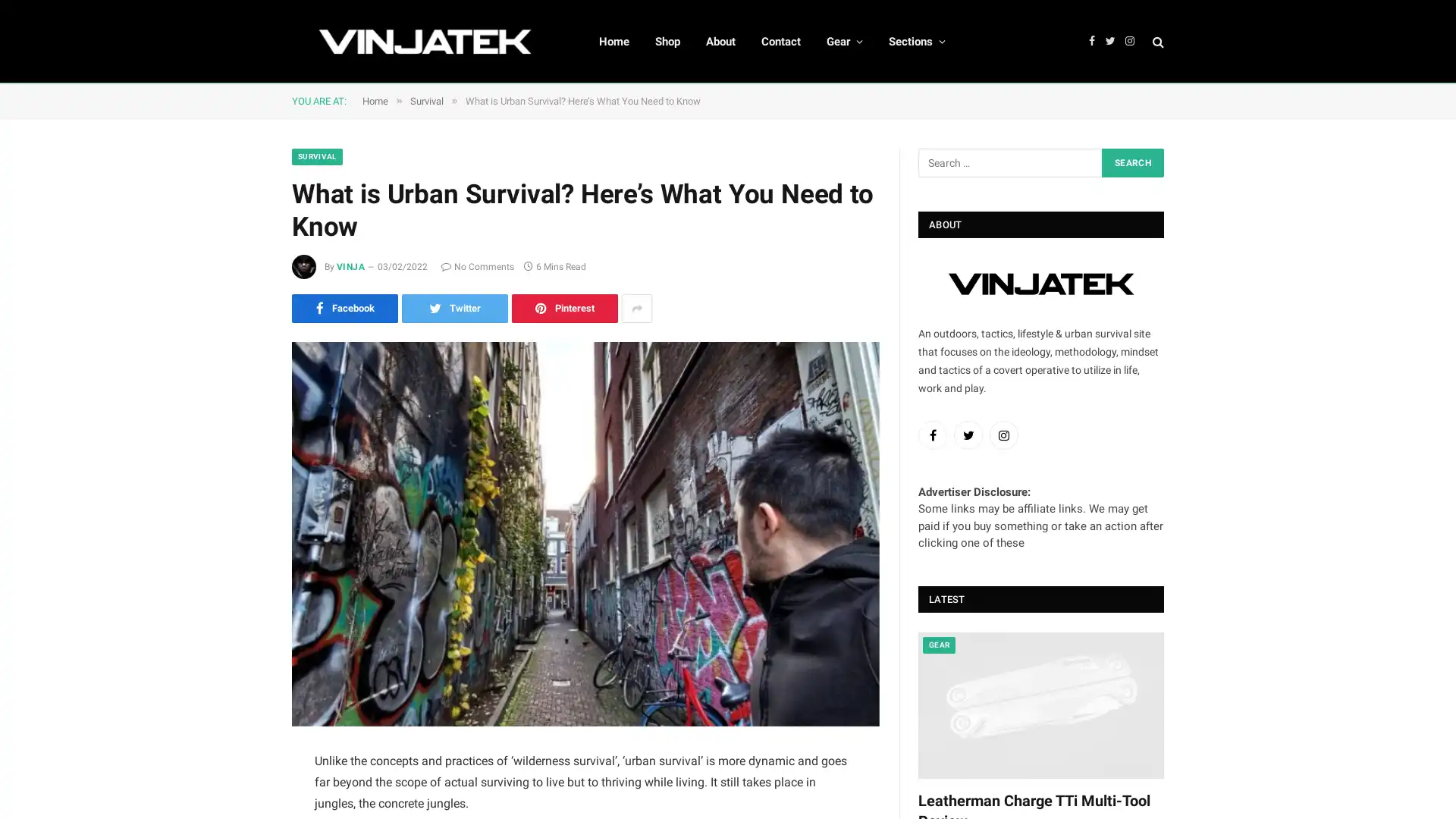 This screenshot has height=819, width=1456. What do you see at coordinates (1132, 162) in the screenshot?
I see `Search` at bounding box center [1132, 162].